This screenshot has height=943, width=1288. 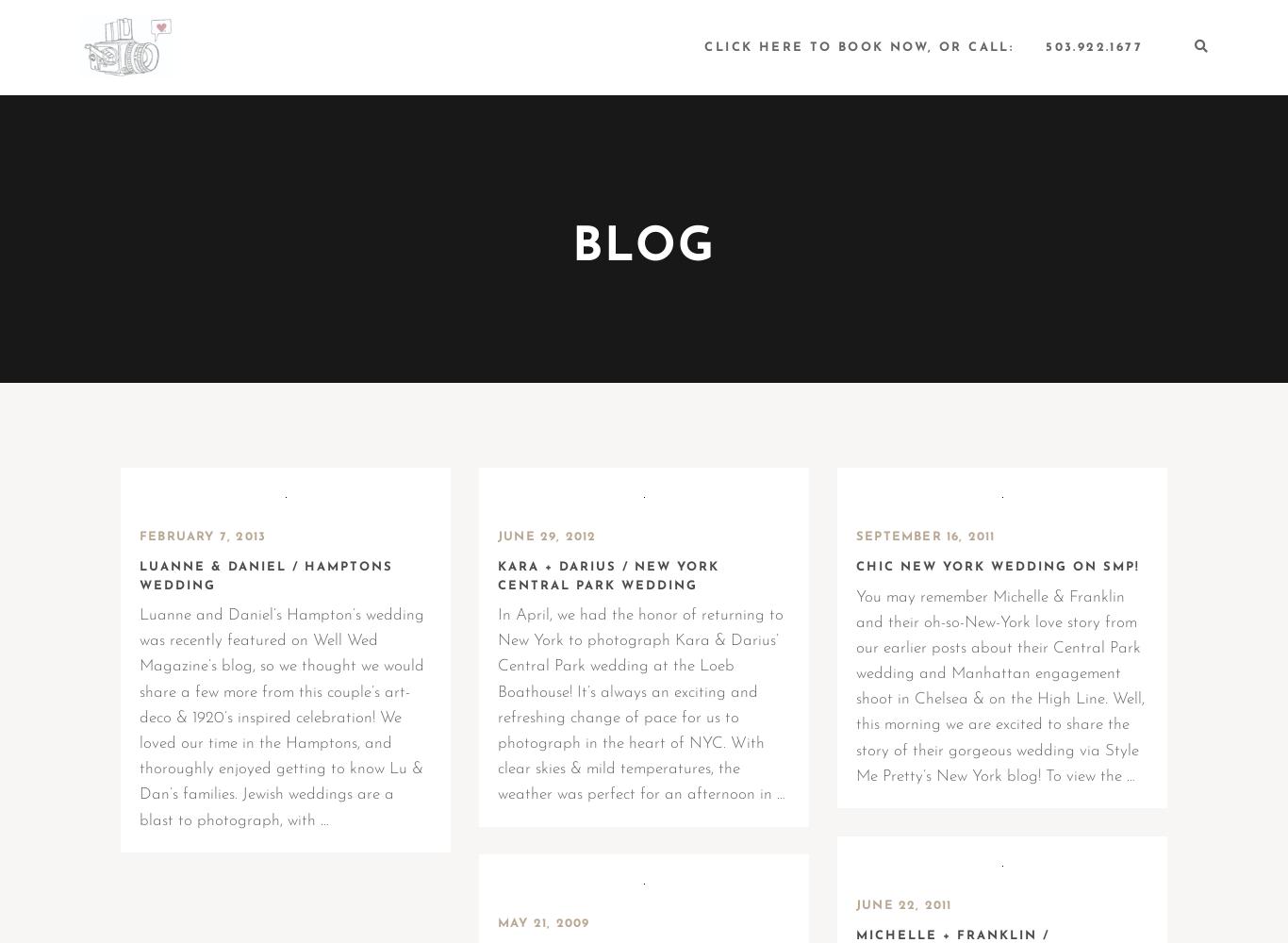 What do you see at coordinates (640, 703) in the screenshot?
I see `'In April, we had the honor of returning to New York to photograph Kara & Darius’ Central Park wedding at the Loeb Boathouse! It’s always an exciting and refreshing change of pace for us to photograph in the heart of NYC. With clear skies & mild temperatures, the weather was perfect for an afternoon in …'` at bounding box center [640, 703].